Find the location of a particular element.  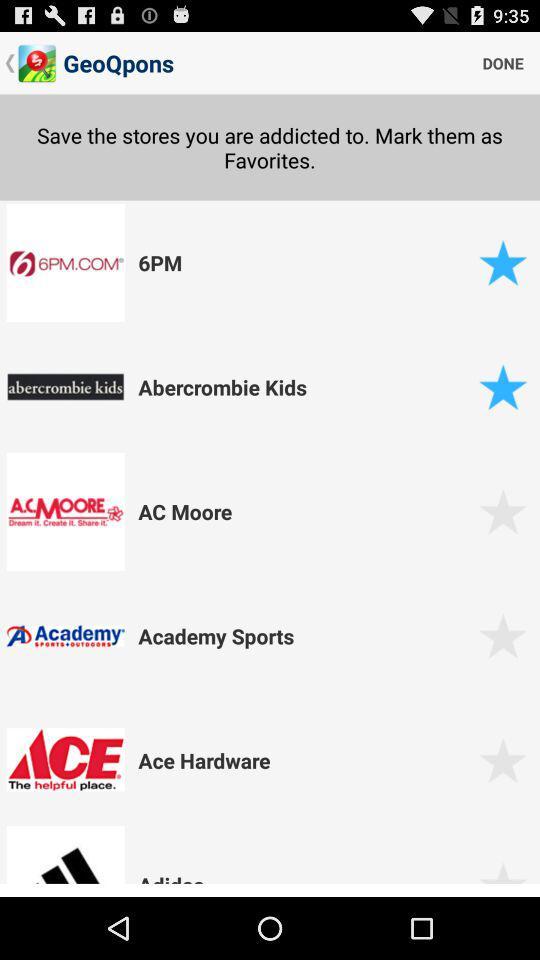

that store is located at coordinates (502, 261).